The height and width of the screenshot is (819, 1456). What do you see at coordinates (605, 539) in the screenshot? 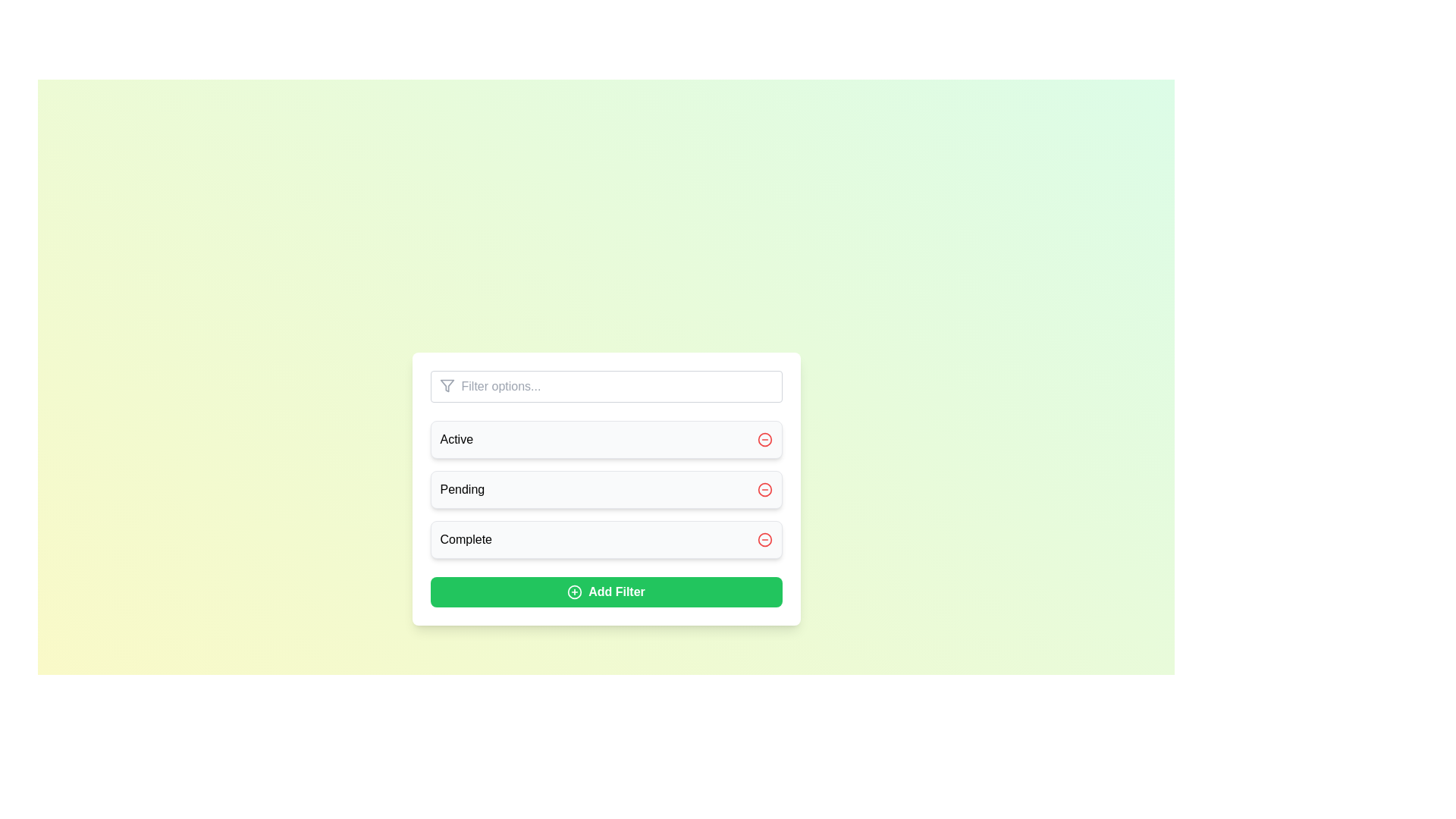
I see `the list item labeled 'Complete' which has a red circular icon with a minus sign on the right` at bounding box center [605, 539].